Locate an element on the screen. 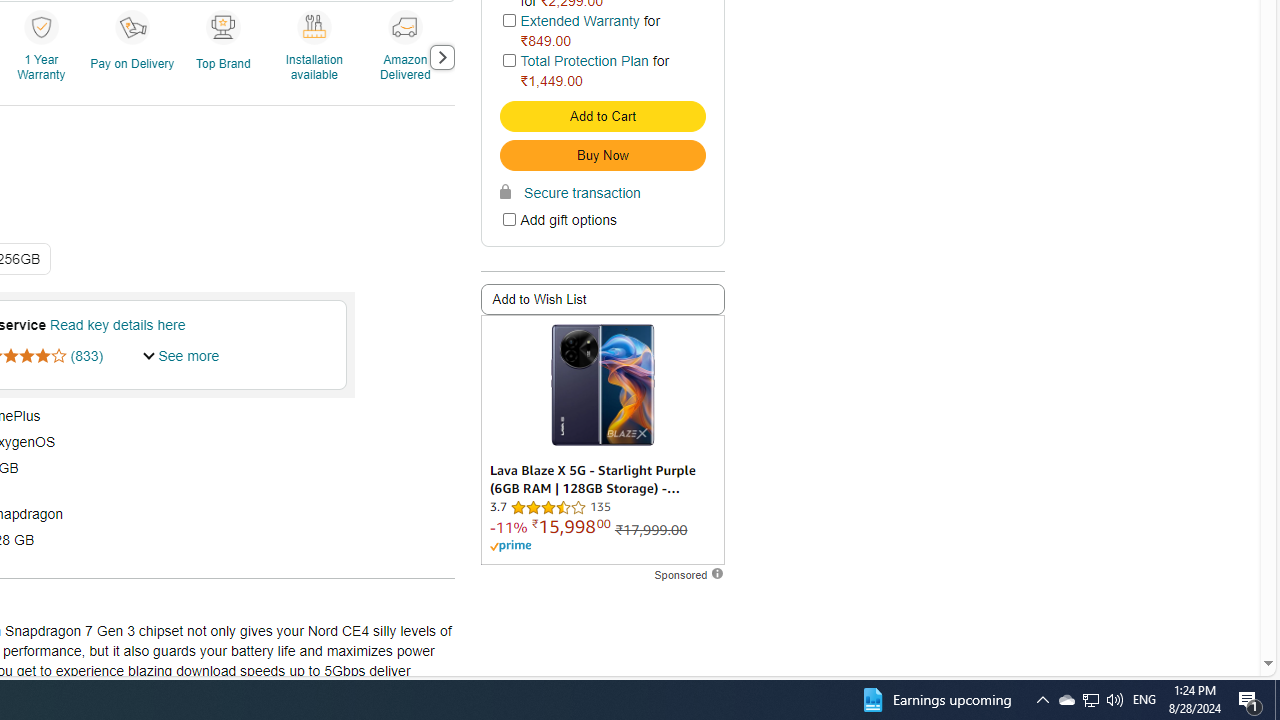  'Amazon Delivered' is located at coordinates (407, 55).